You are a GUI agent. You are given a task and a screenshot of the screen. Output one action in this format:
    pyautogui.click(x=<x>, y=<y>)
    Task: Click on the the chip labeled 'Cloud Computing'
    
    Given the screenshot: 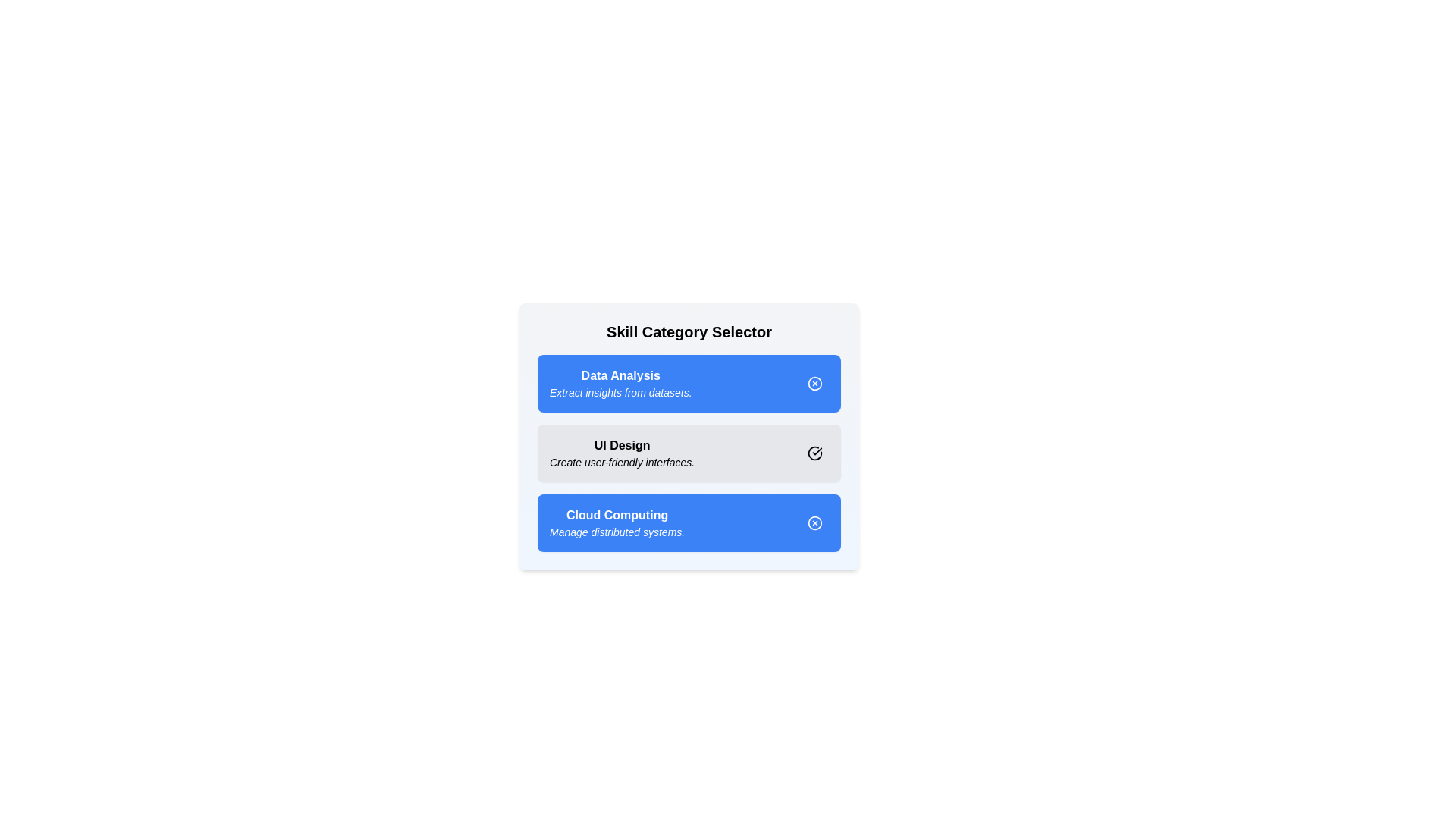 What is the action you would take?
    pyautogui.click(x=814, y=522)
    